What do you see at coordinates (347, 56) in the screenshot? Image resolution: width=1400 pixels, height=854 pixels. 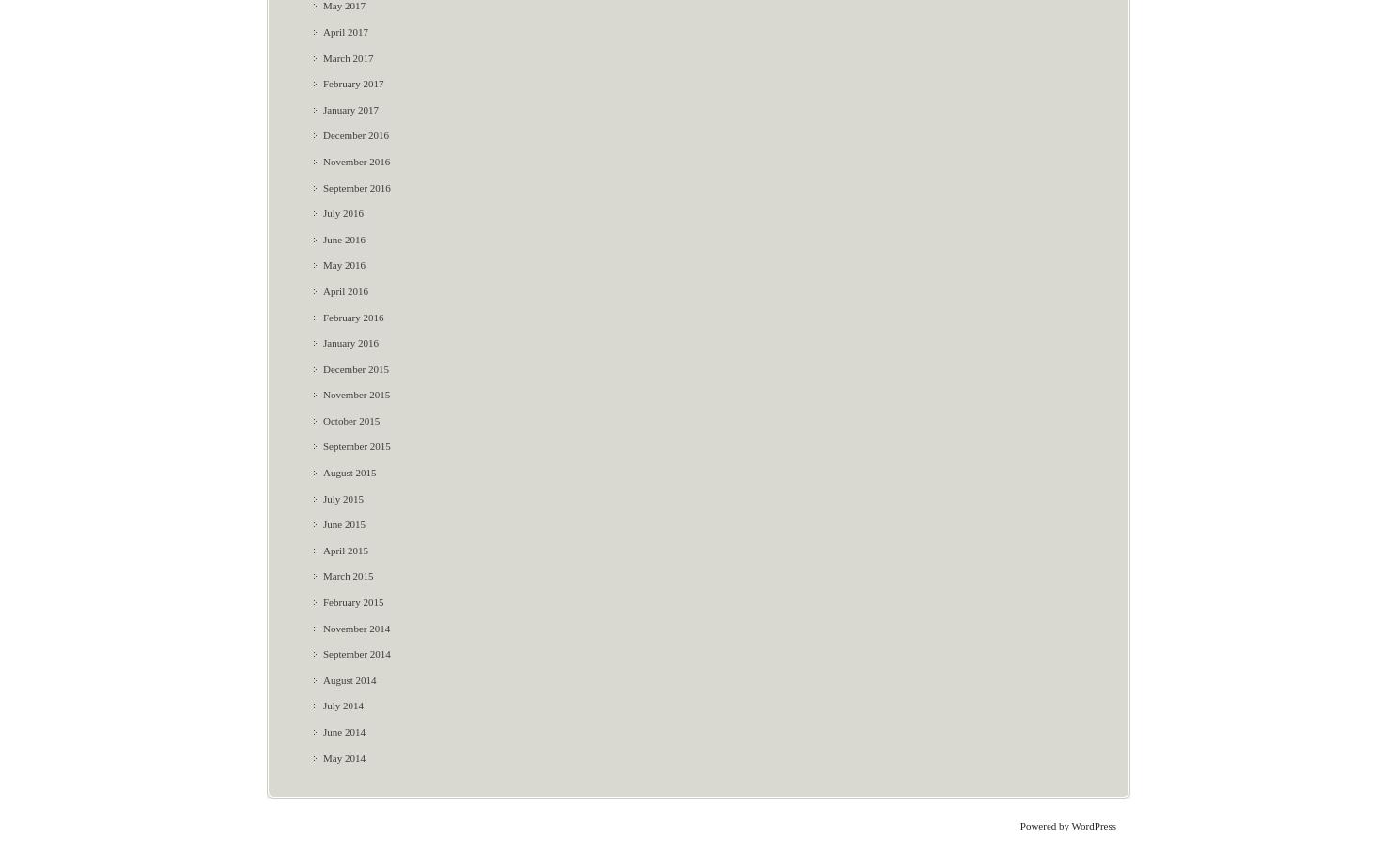 I see `'March 2017'` at bounding box center [347, 56].